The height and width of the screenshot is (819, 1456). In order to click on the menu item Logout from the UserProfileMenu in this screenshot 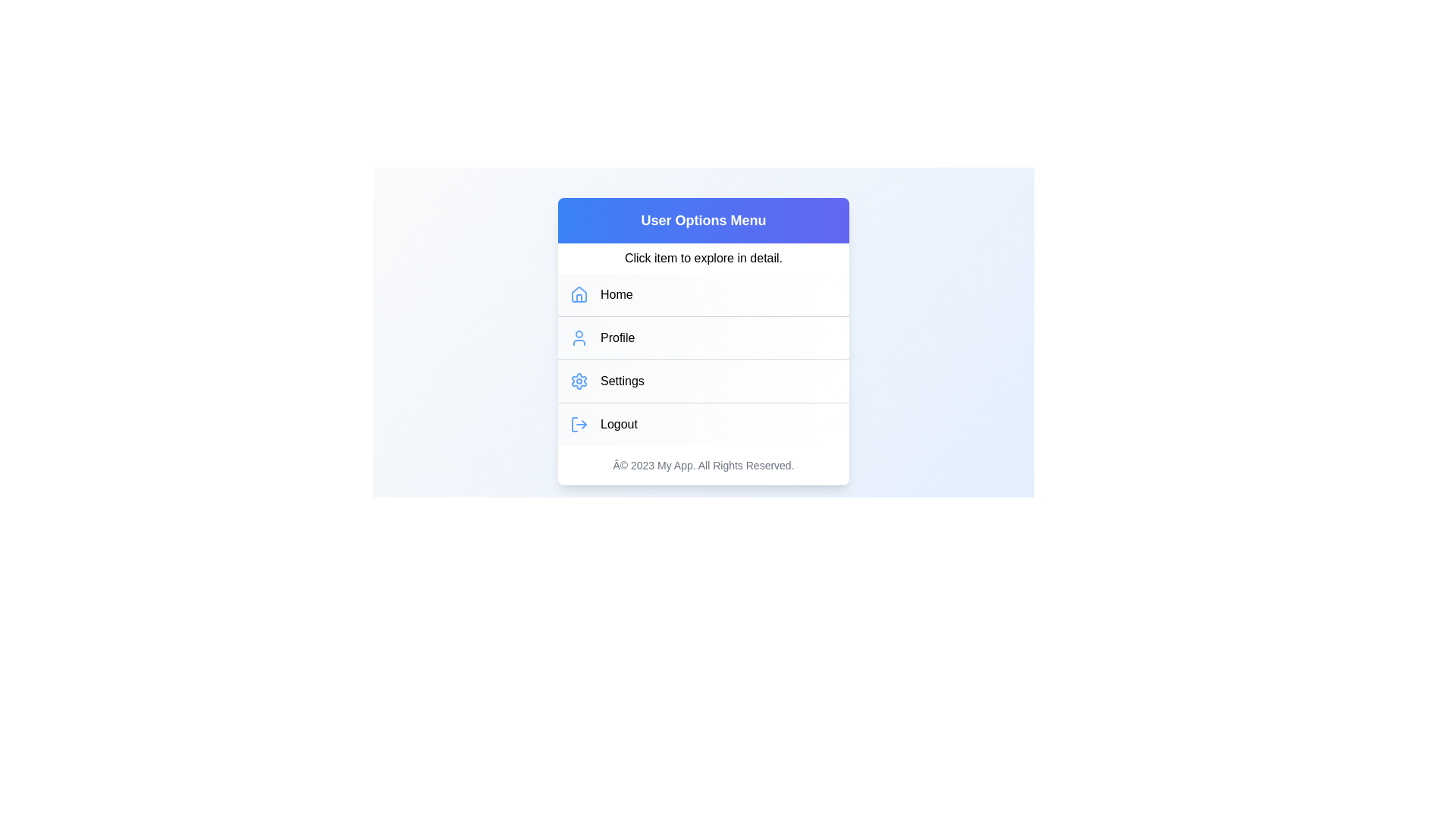, I will do `click(702, 424)`.